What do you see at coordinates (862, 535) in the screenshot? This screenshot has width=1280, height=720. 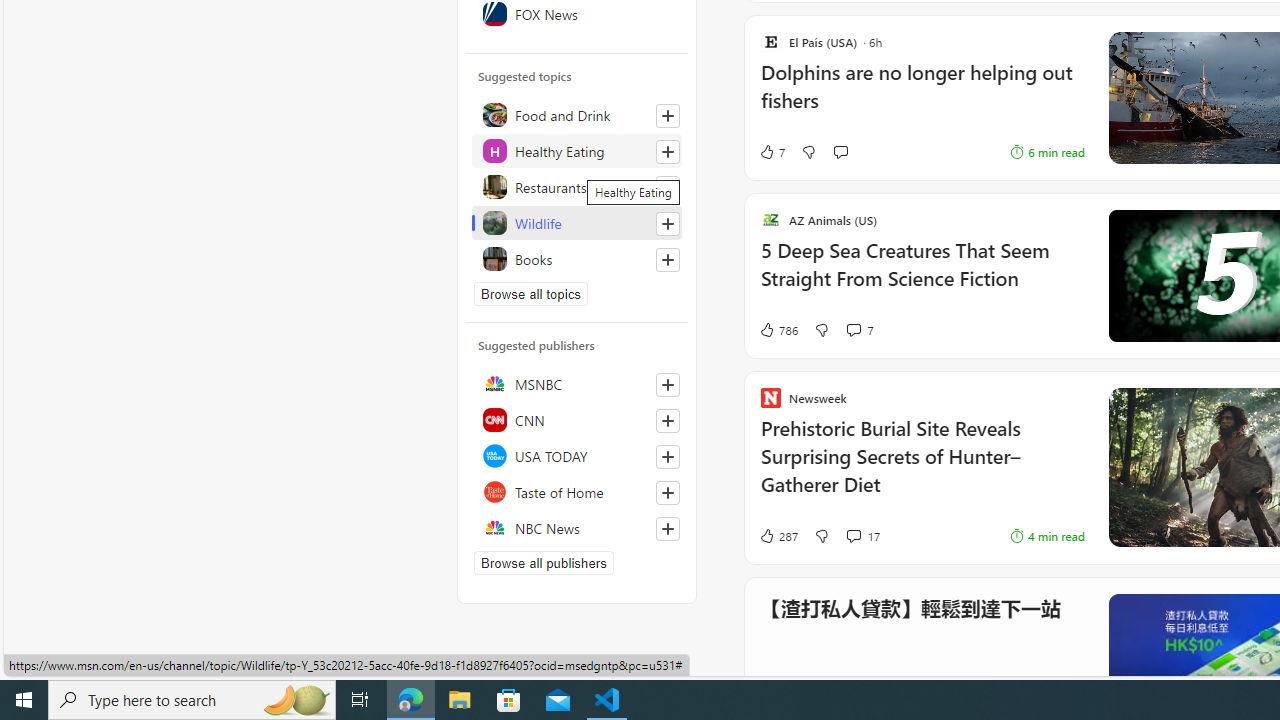 I see `'View comments 17 Comment'` at bounding box center [862, 535].